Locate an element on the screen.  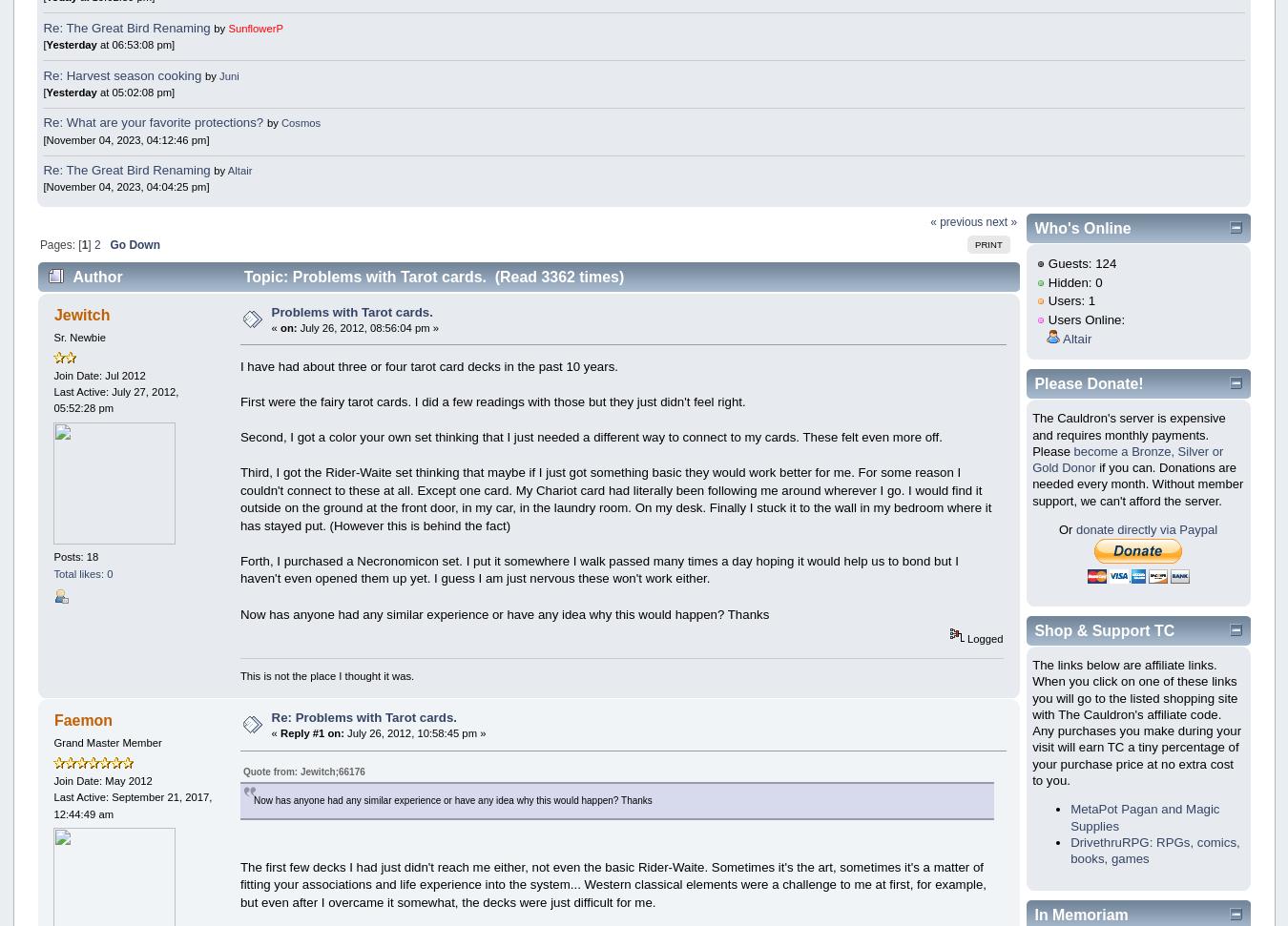
'Users Online:' is located at coordinates (1083, 319).